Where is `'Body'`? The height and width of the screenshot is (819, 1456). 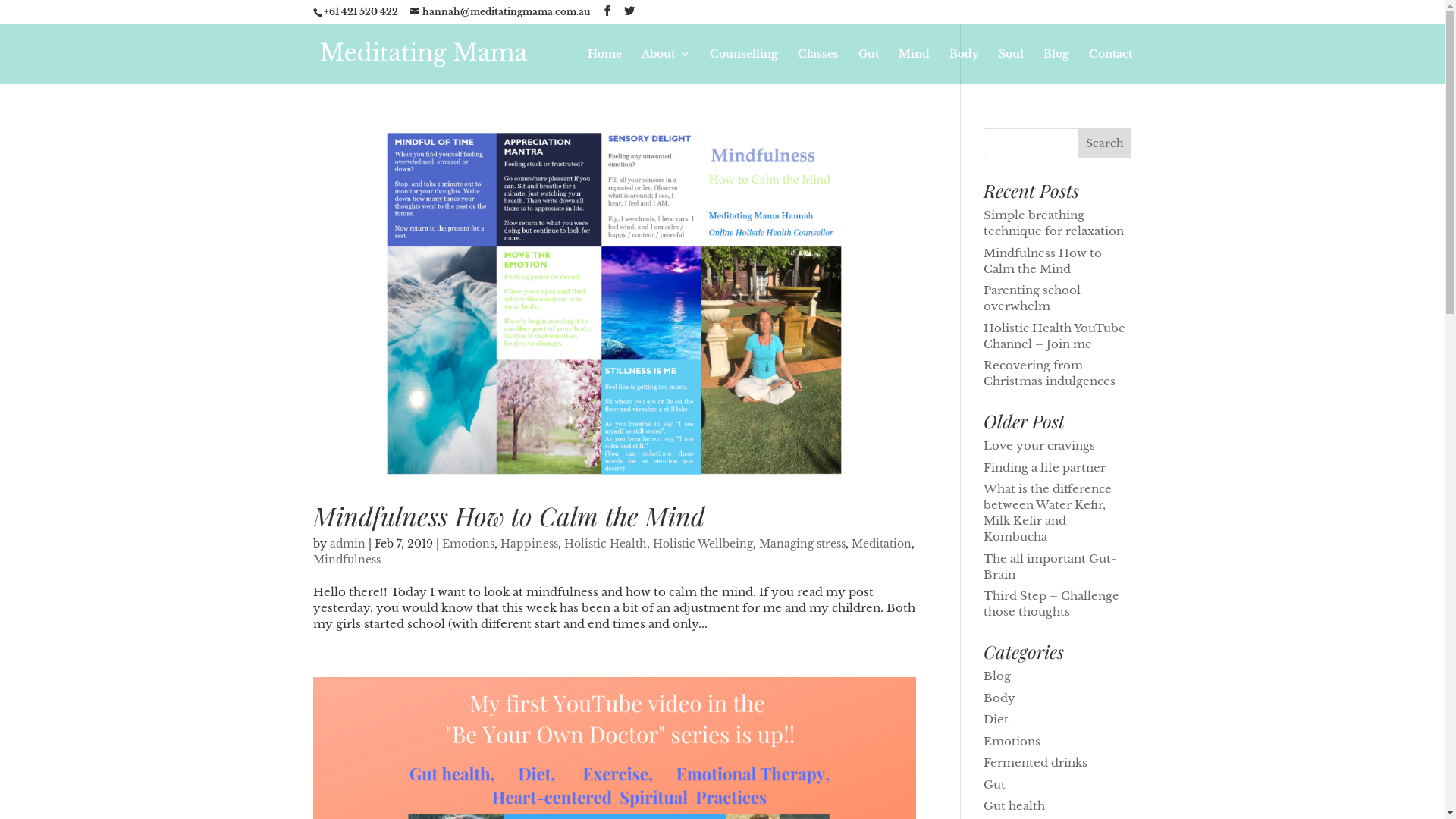 'Body' is located at coordinates (963, 65).